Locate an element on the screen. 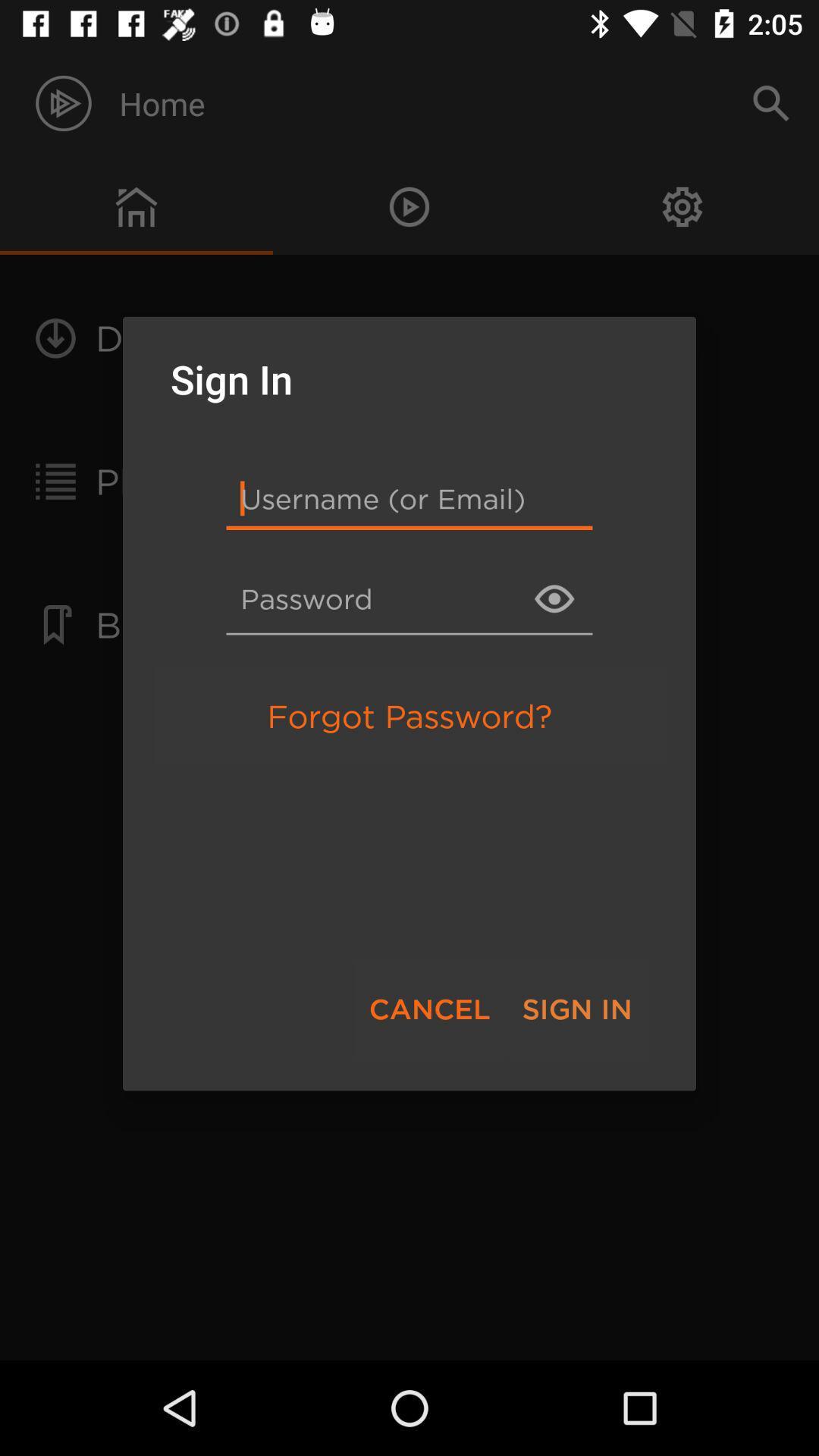  item below the sign in is located at coordinates (409, 498).